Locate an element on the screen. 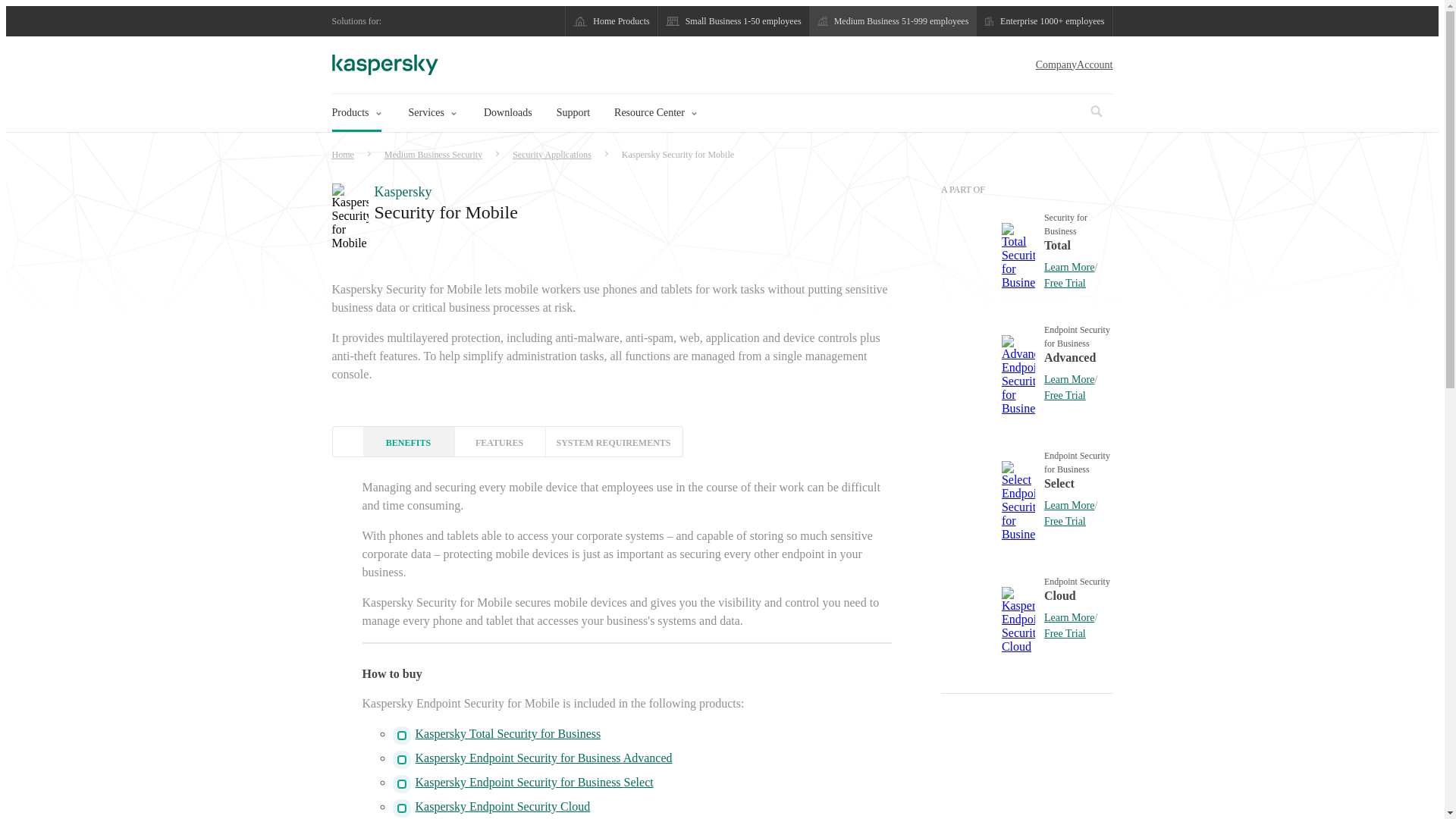  'Products' is located at coordinates (371, 112).